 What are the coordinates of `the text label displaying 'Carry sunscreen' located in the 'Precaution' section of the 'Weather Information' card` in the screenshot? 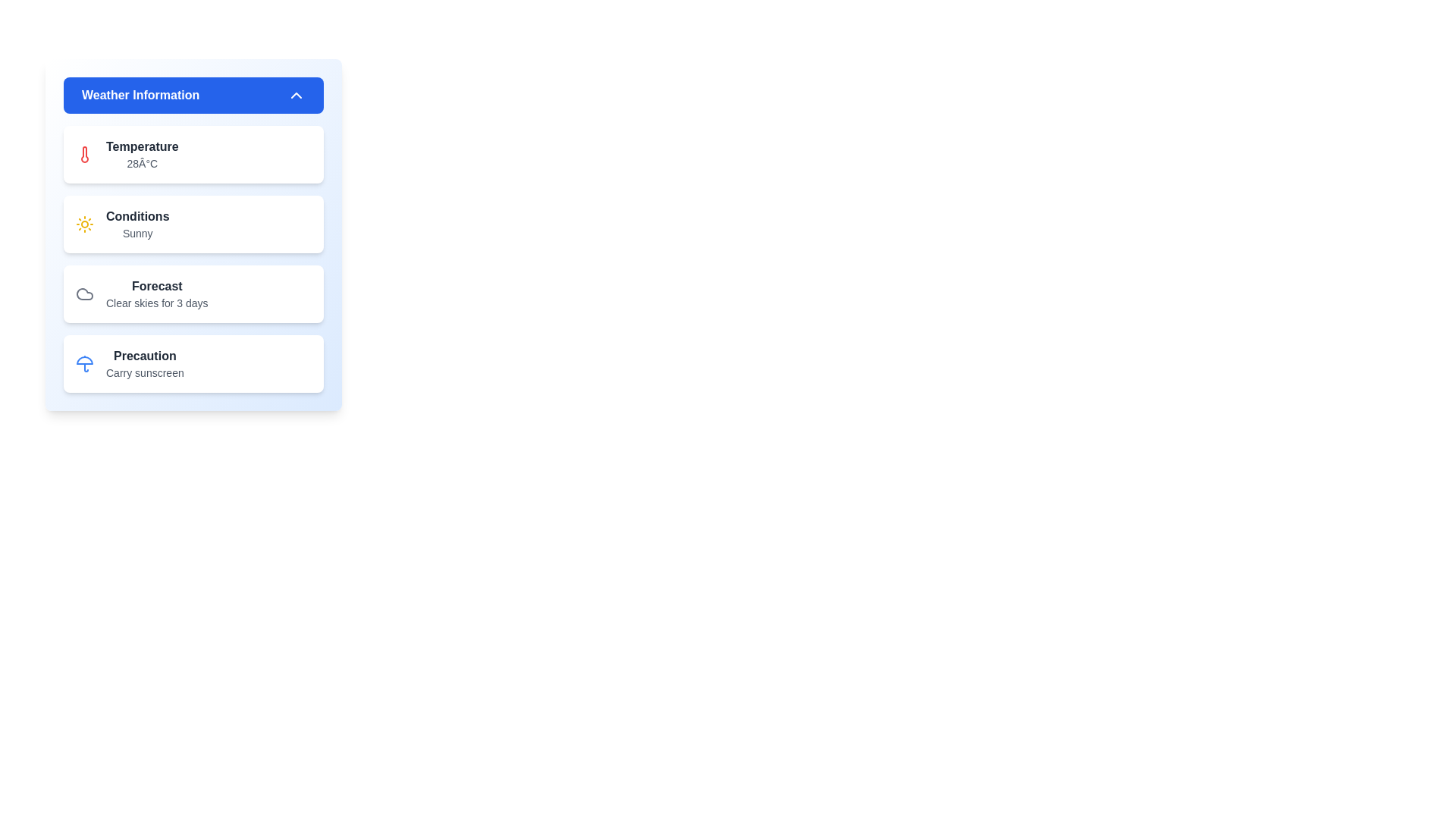 It's located at (145, 373).